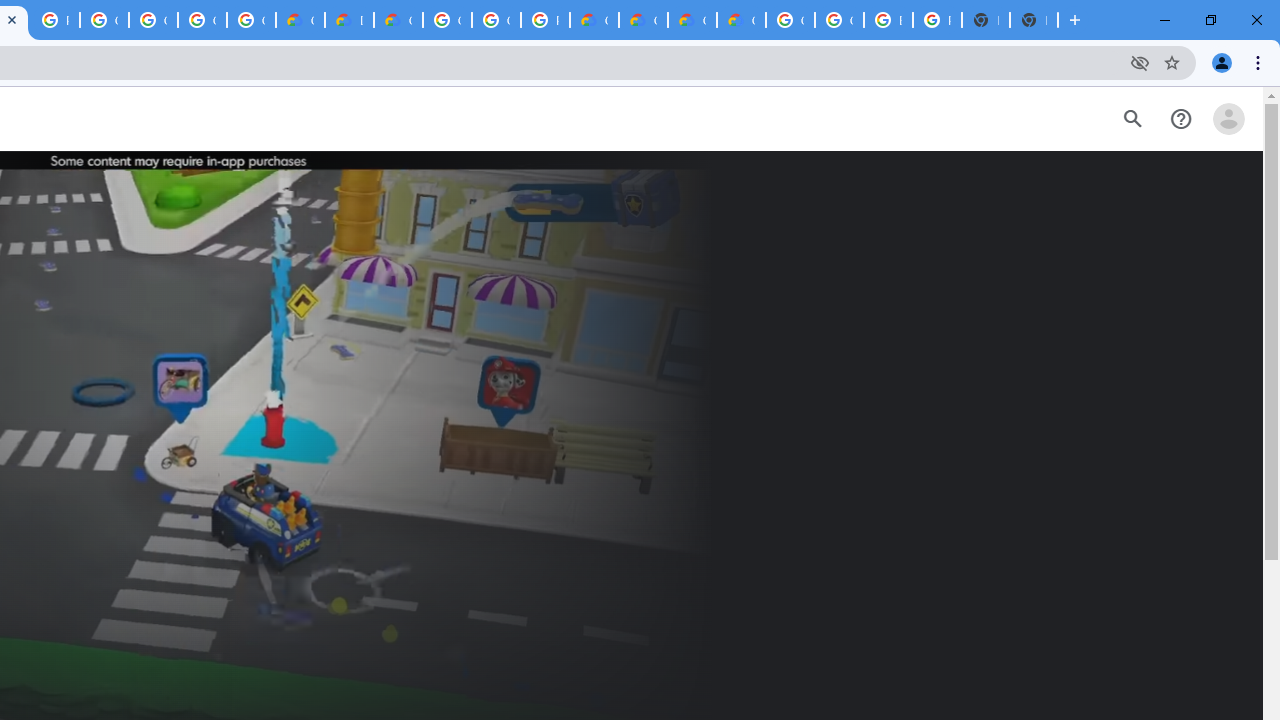 Image resolution: width=1280 pixels, height=720 pixels. Describe the element at coordinates (496, 20) in the screenshot. I see `'Google Cloud Platform'` at that location.